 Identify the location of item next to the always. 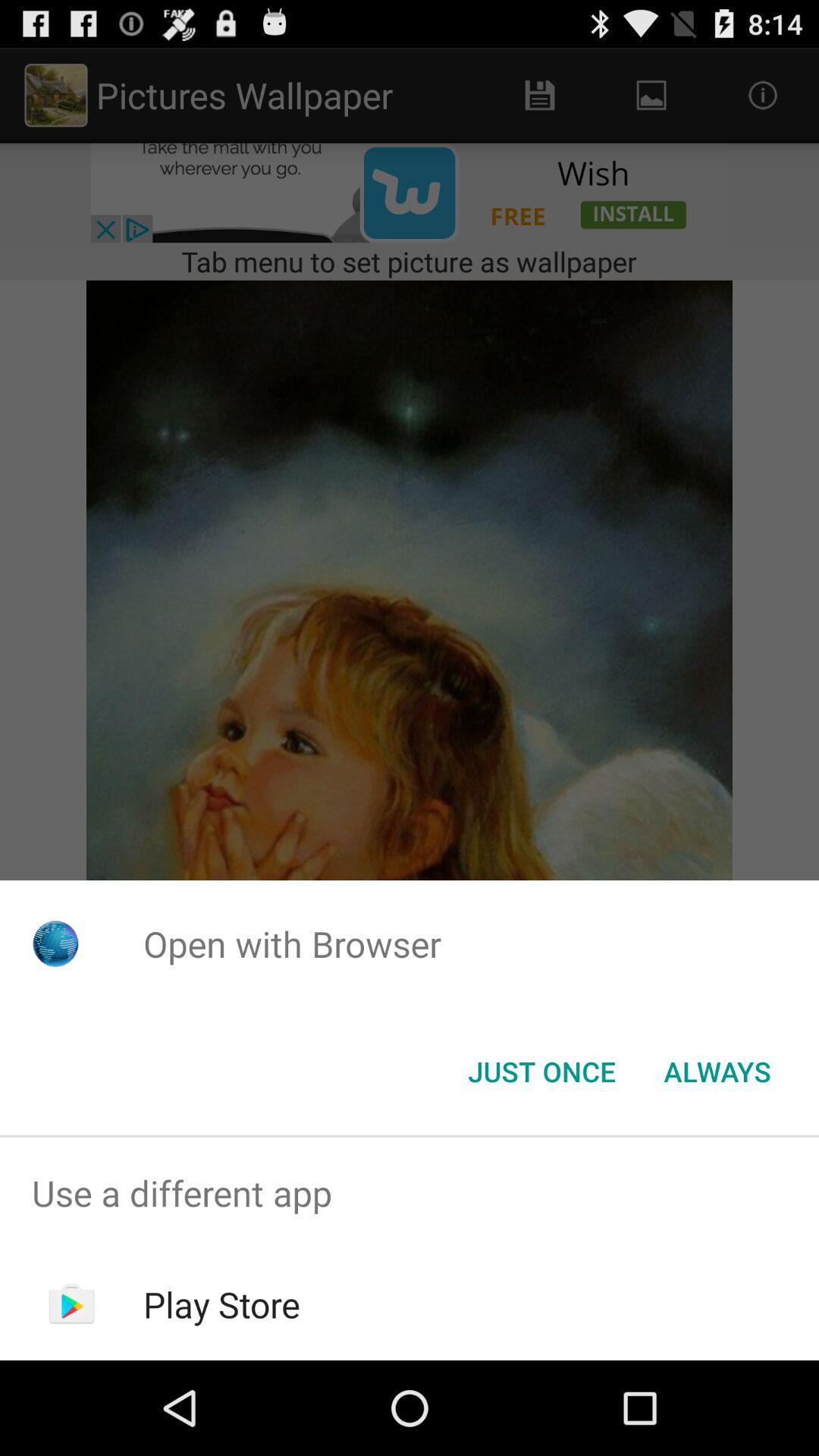
(541, 1070).